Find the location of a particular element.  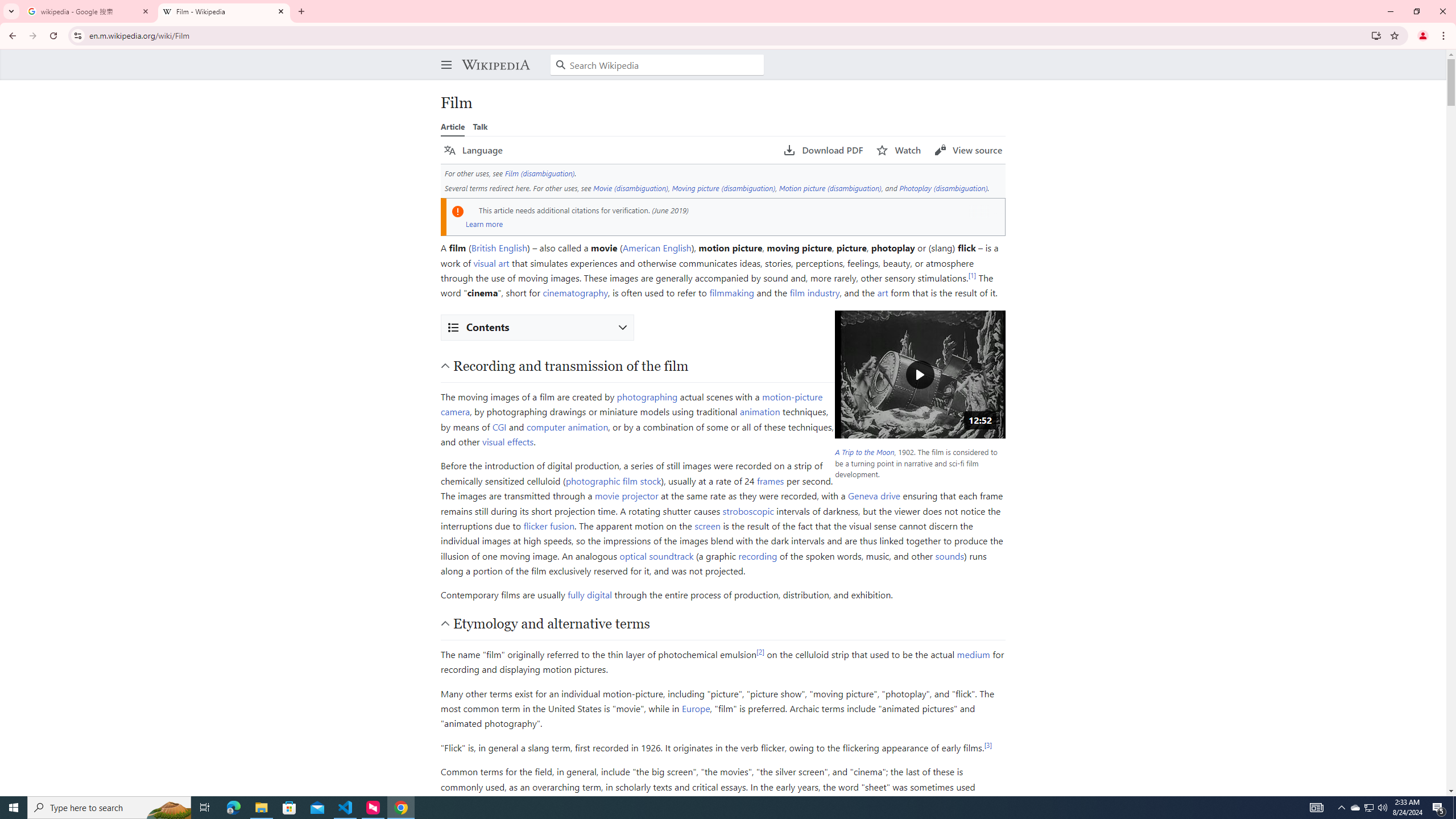

'Photoplay (disambiguation)' is located at coordinates (944, 188).